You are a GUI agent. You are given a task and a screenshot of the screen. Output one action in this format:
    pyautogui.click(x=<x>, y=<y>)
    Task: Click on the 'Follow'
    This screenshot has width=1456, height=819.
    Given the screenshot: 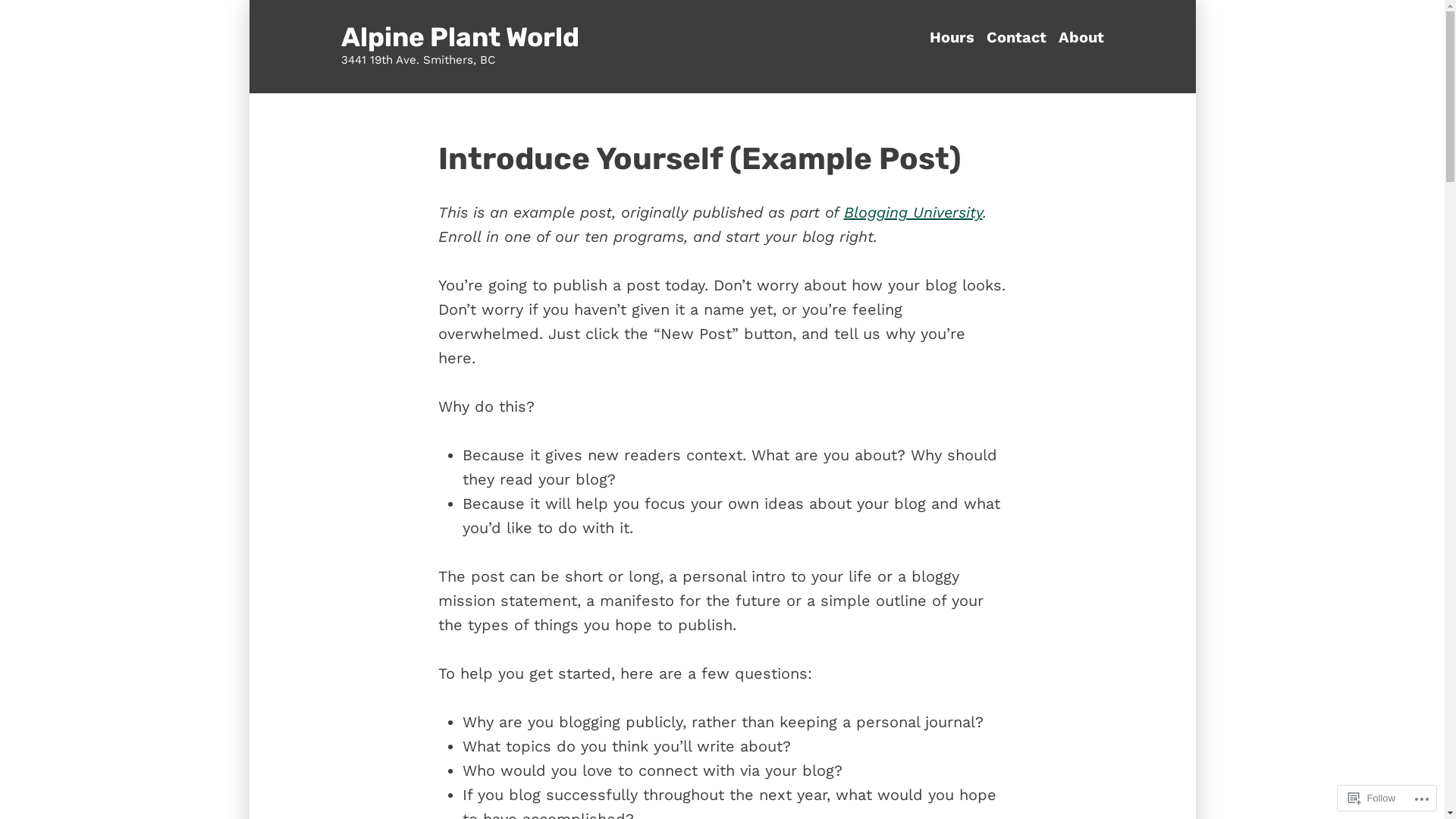 What is the action you would take?
    pyautogui.click(x=1372, y=797)
    